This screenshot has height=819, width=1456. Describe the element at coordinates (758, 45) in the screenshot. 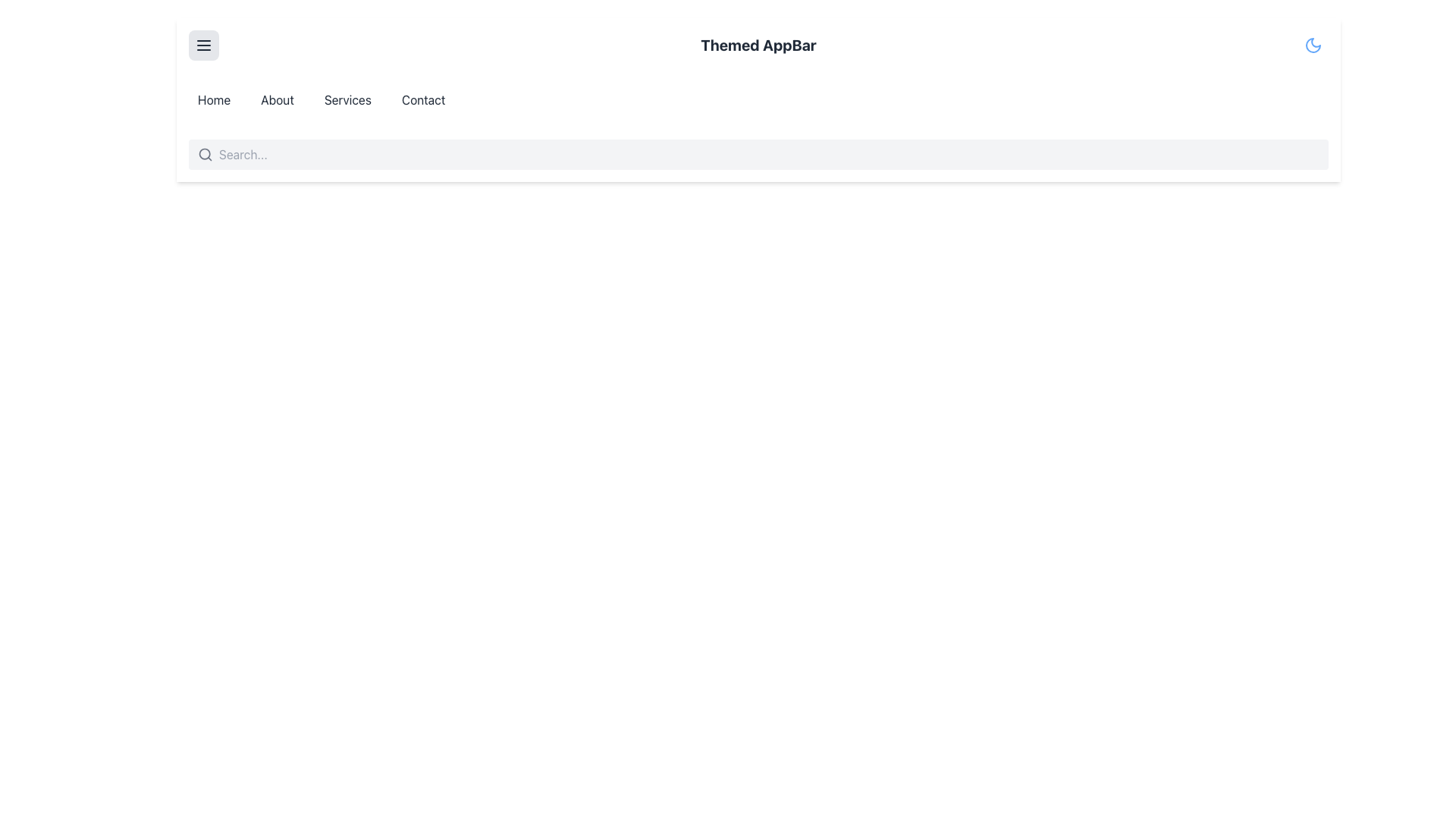

I see `the Toolbar element that contains the bold text 'Themed AppBar' and is positioned at the top of the application` at that location.